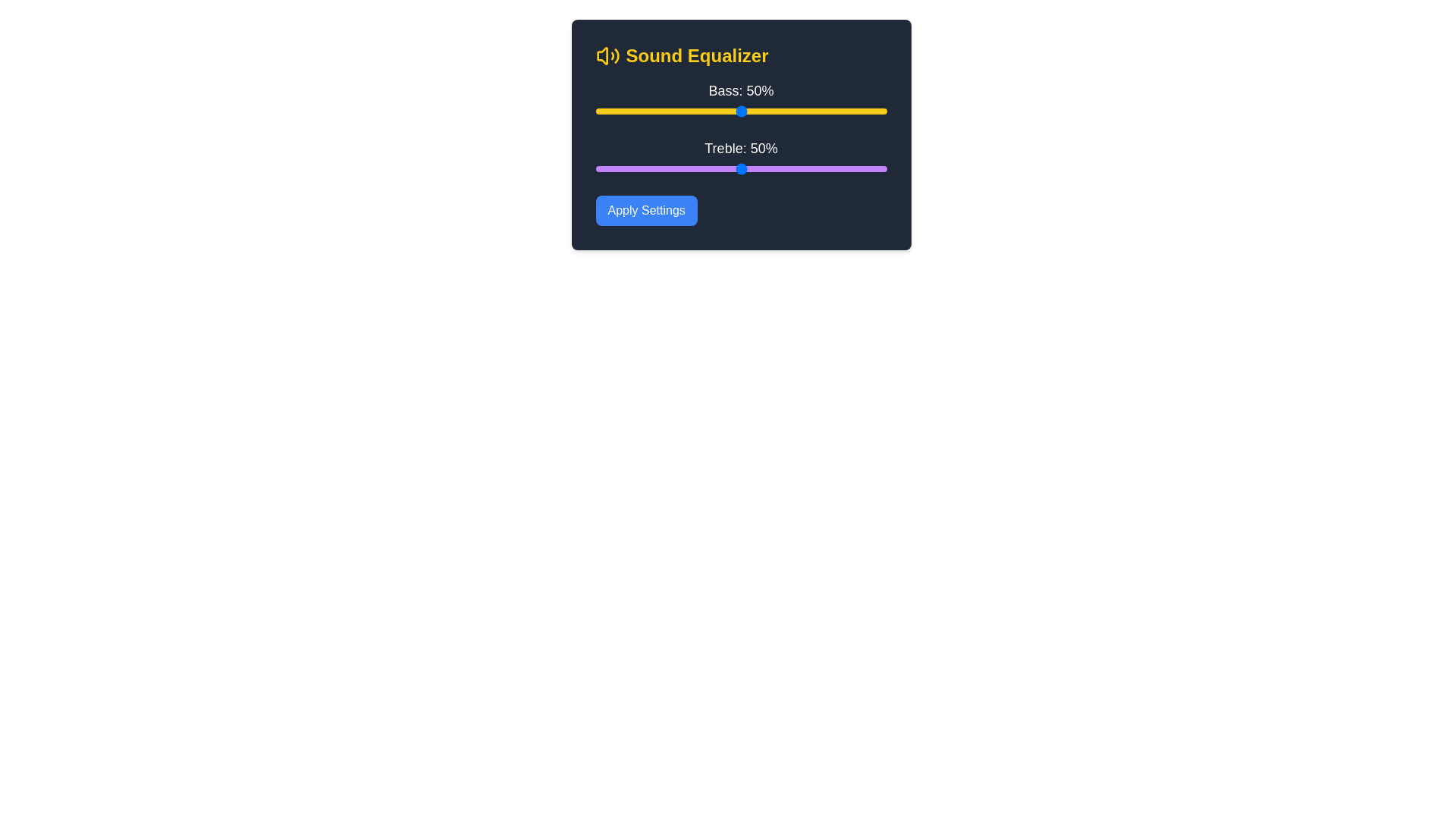 This screenshot has width=1456, height=819. Describe the element at coordinates (852, 110) in the screenshot. I see `the bass level to 88% using the slider` at that location.